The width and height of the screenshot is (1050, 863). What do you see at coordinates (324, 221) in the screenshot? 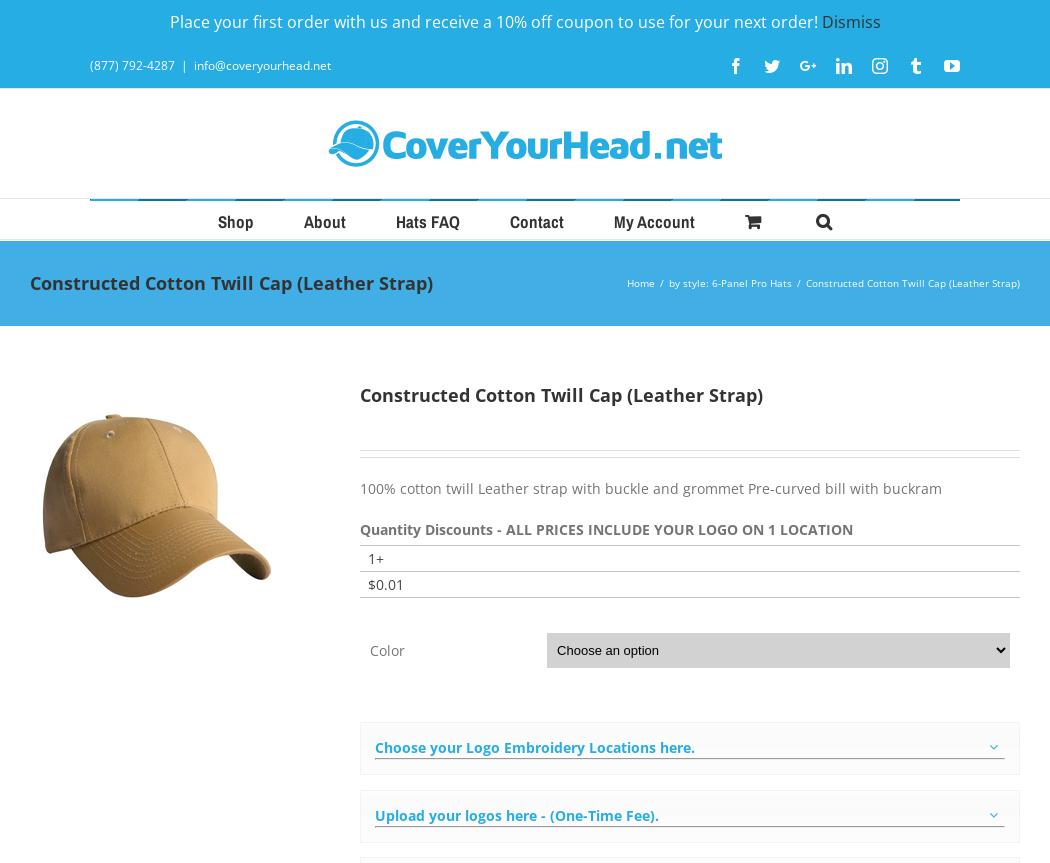
I see `'About'` at bounding box center [324, 221].